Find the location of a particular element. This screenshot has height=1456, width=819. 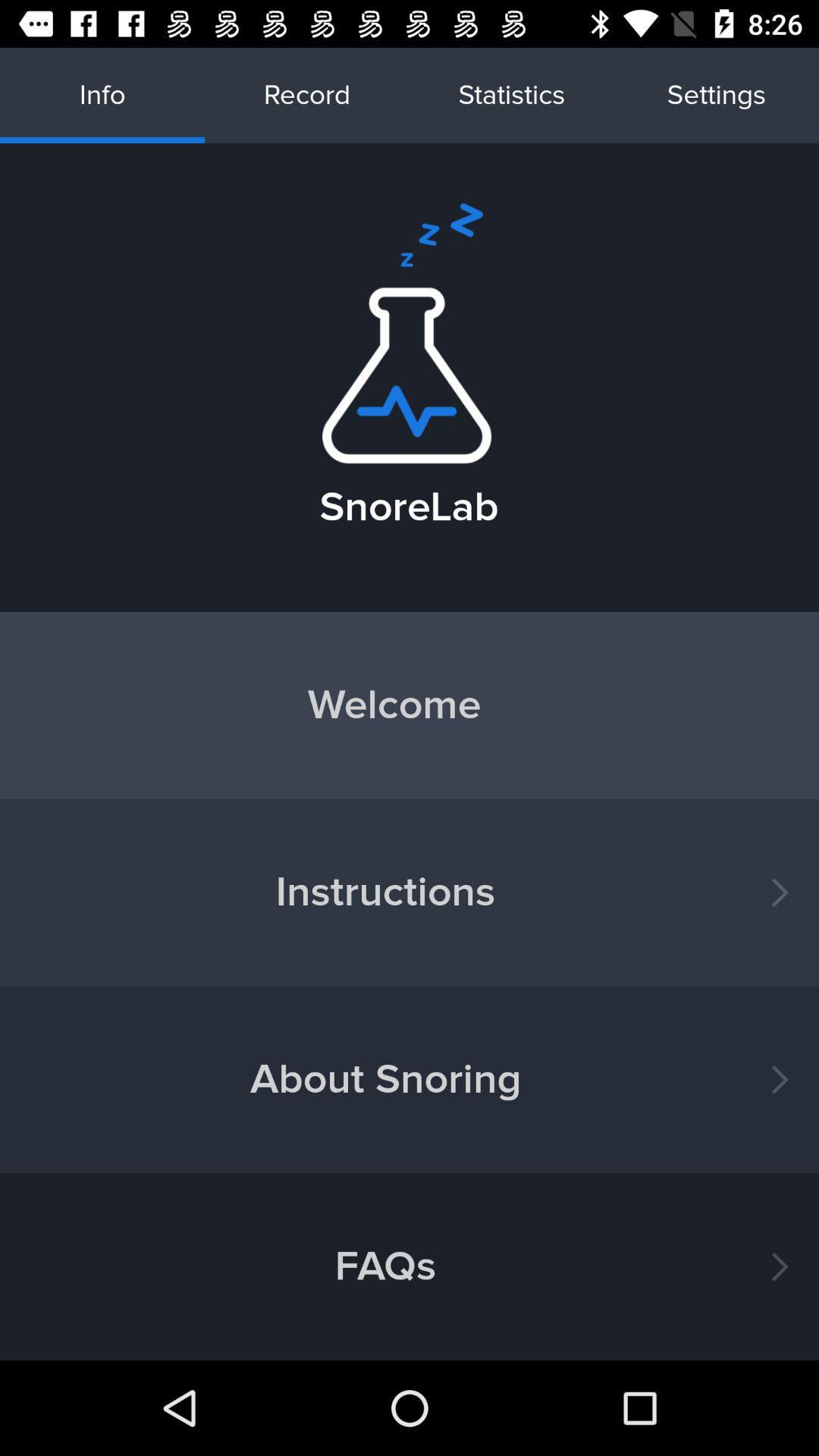

instructions icon is located at coordinates (409, 893).